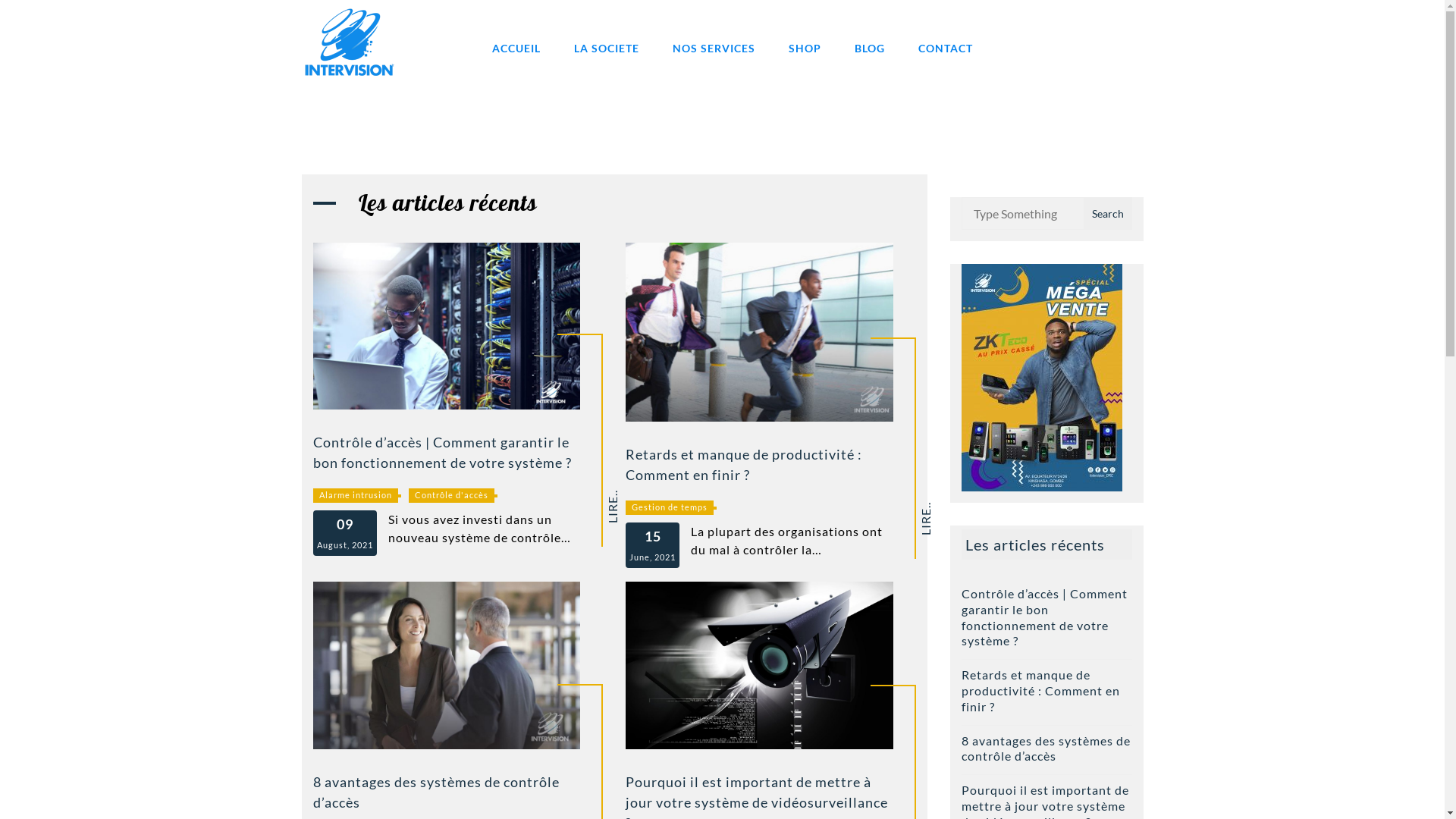  What do you see at coordinates (837, 47) in the screenshot?
I see `'BLOG'` at bounding box center [837, 47].